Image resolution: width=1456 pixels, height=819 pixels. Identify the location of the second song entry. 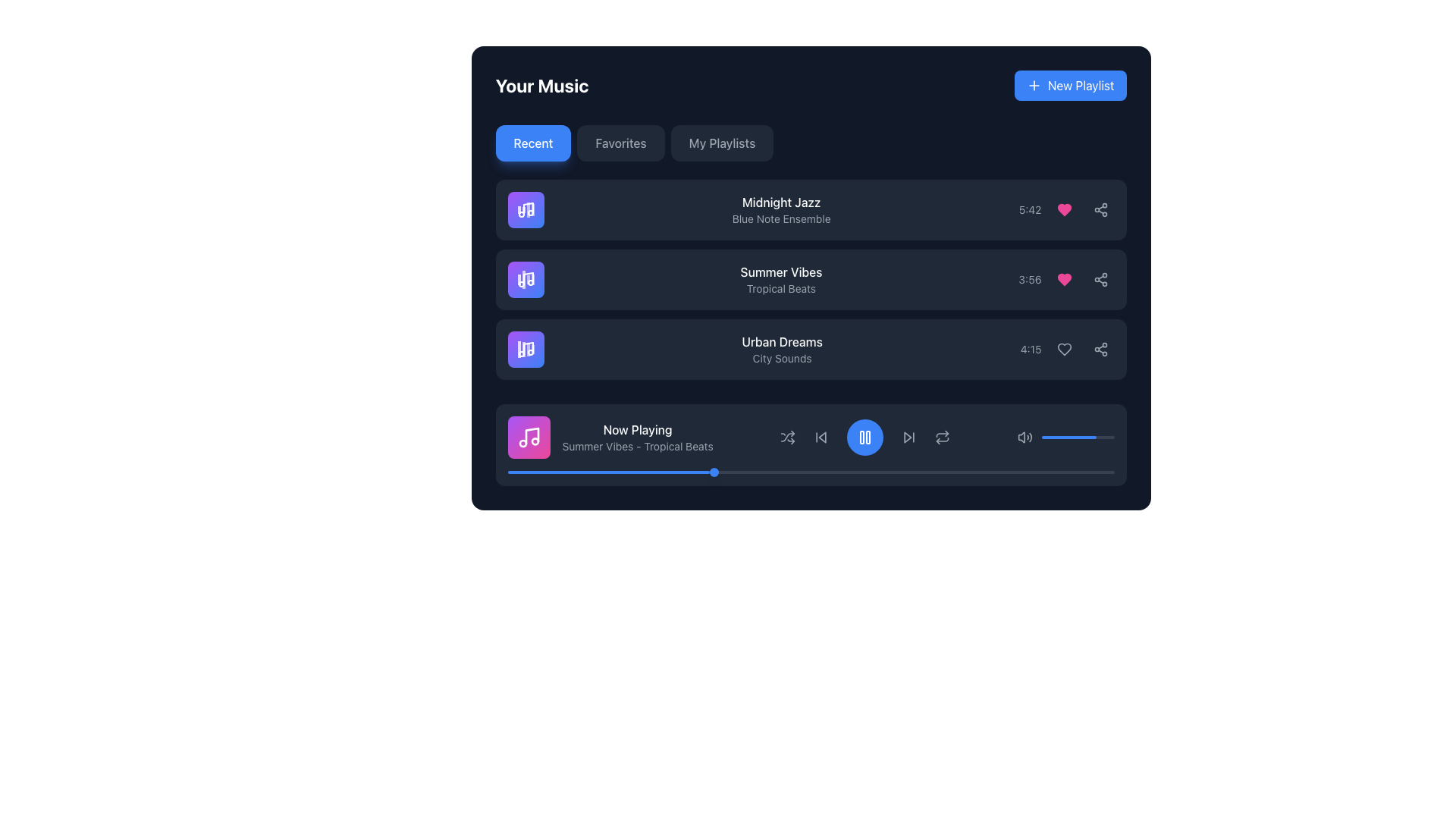
(810, 280).